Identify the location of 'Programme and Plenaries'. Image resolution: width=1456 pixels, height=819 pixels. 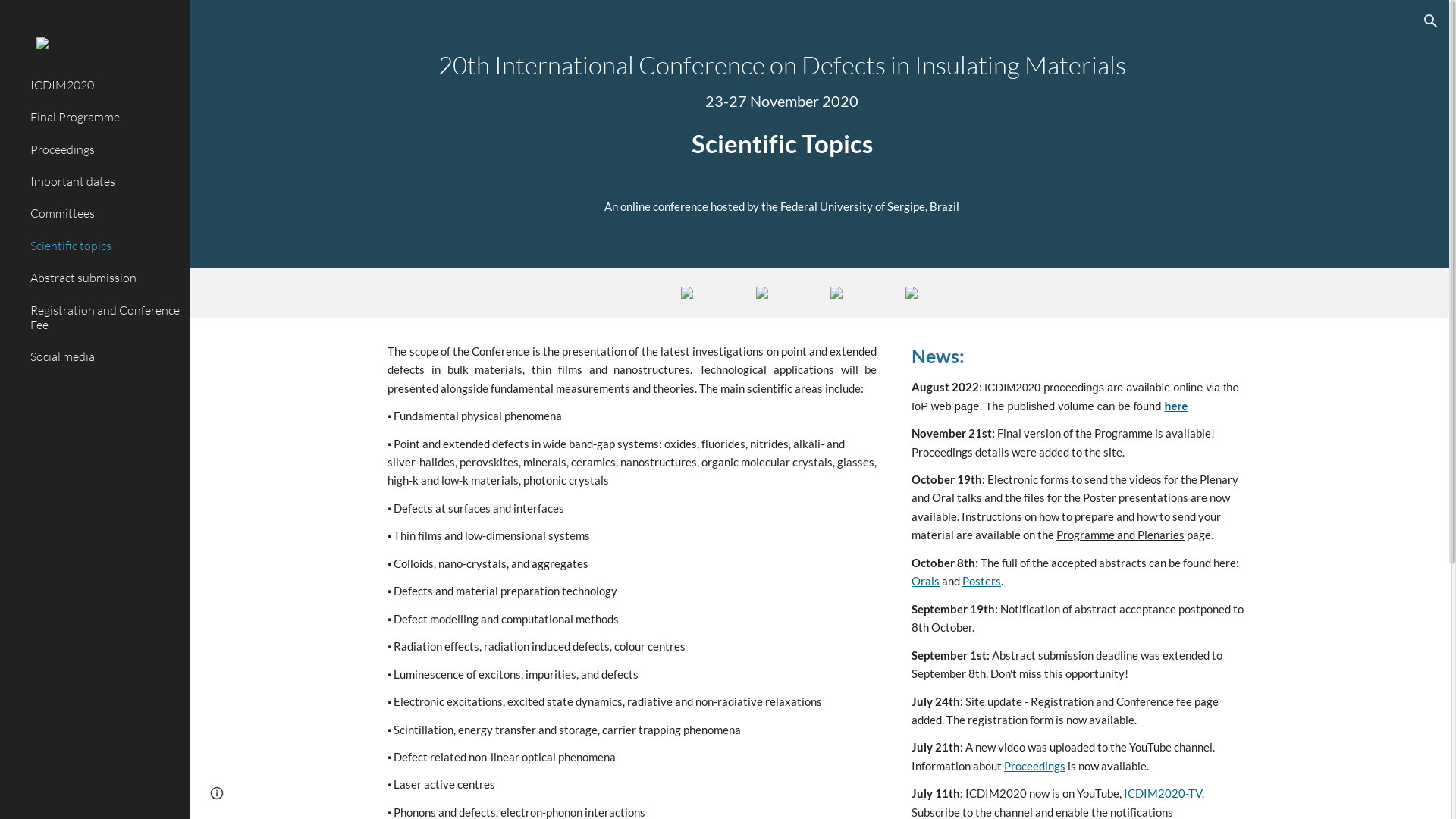
(1120, 534).